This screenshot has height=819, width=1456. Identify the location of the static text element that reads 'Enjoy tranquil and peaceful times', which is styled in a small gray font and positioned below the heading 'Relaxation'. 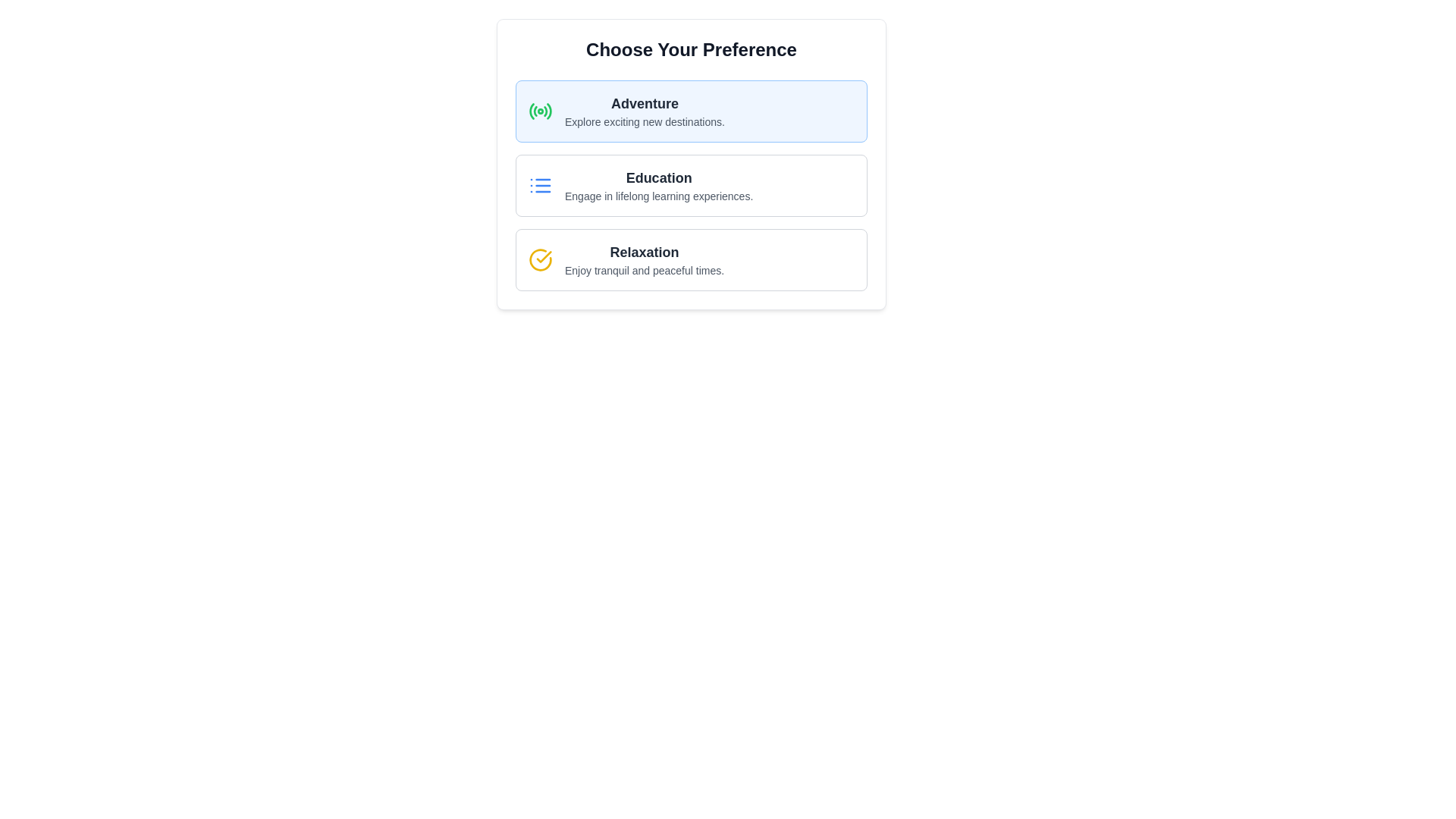
(644, 270).